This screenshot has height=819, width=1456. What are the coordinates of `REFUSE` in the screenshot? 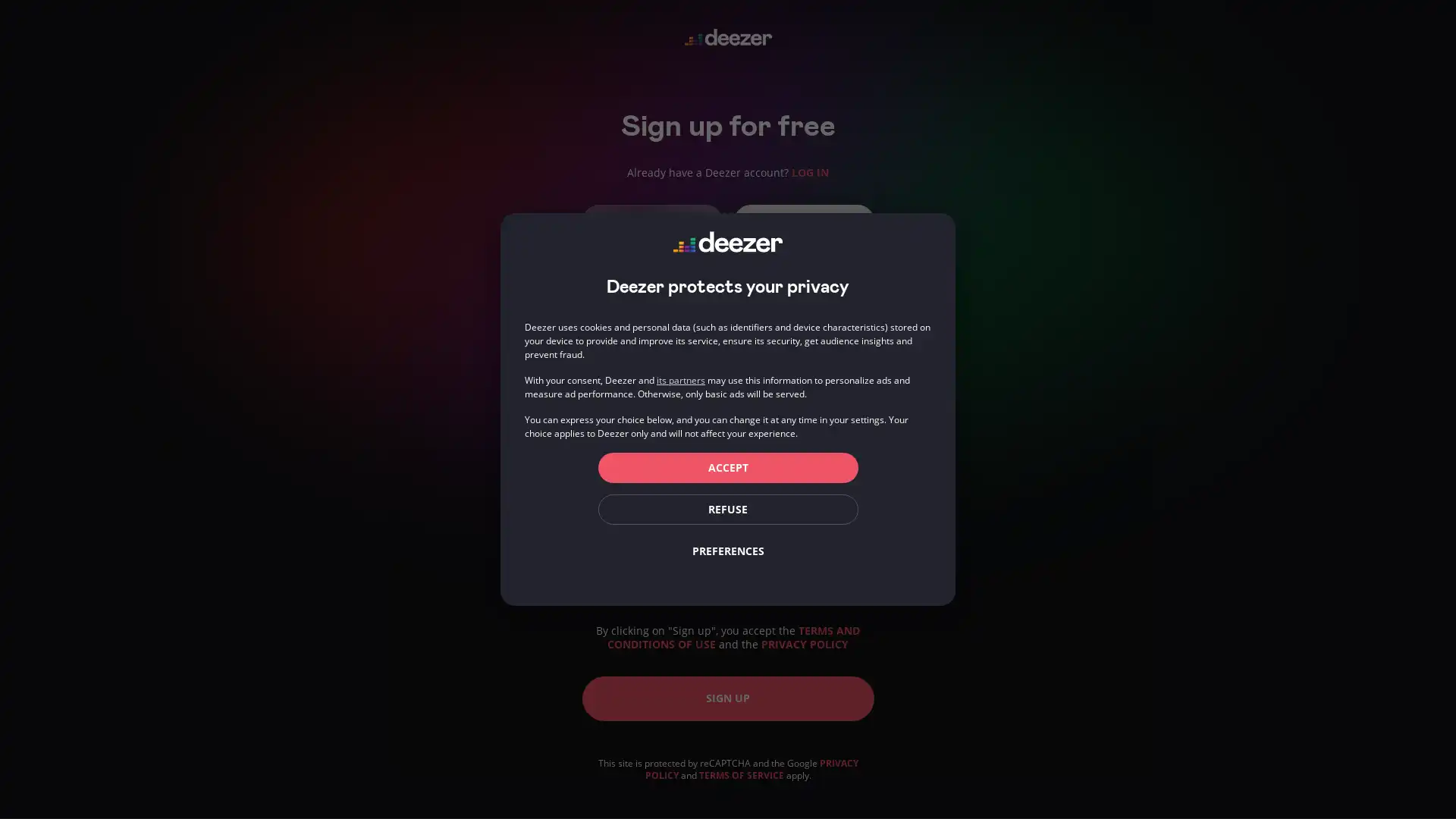 It's located at (726, 509).